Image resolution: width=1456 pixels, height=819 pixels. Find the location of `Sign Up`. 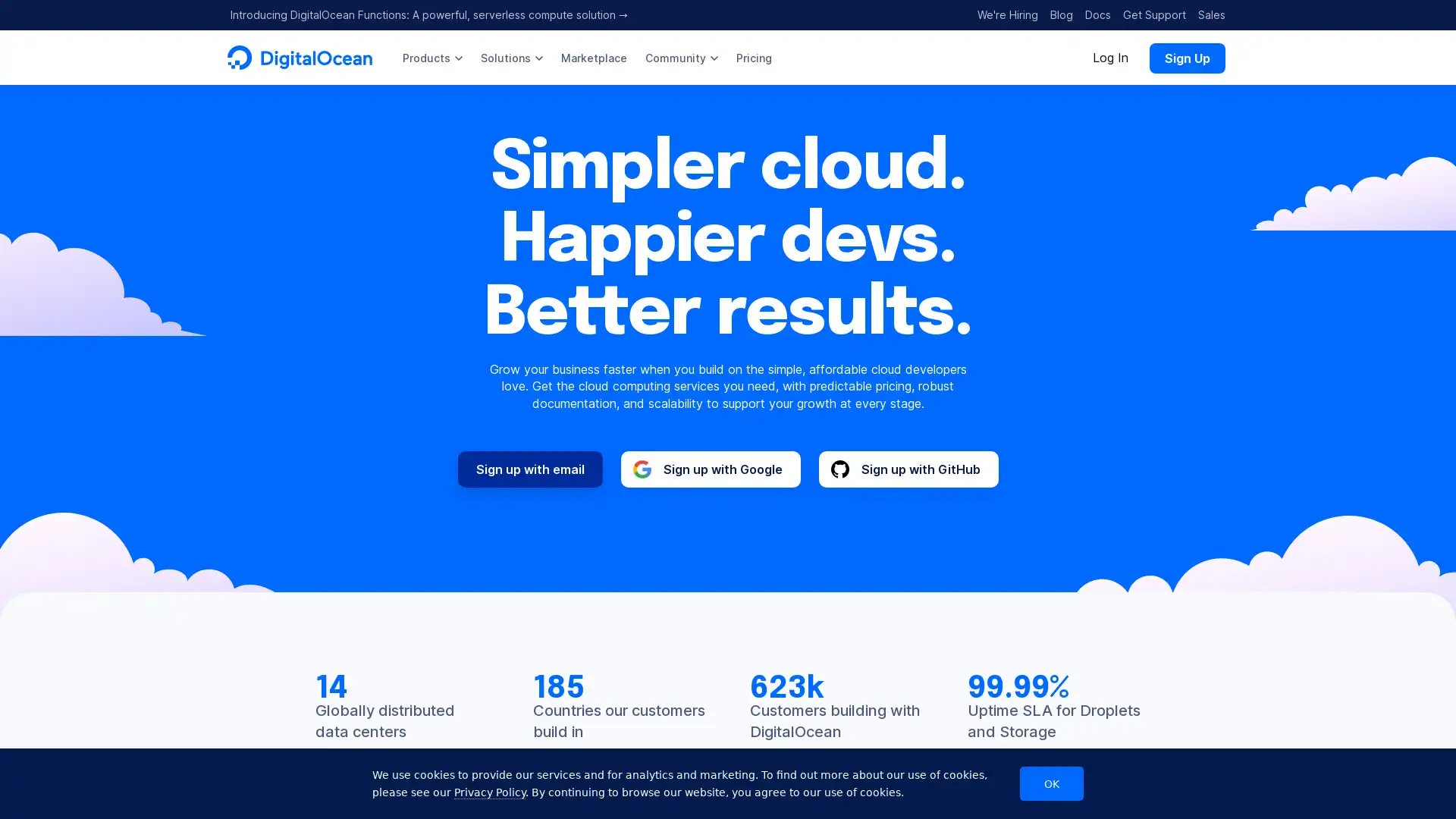

Sign Up is located at coordinates (1186, 57).